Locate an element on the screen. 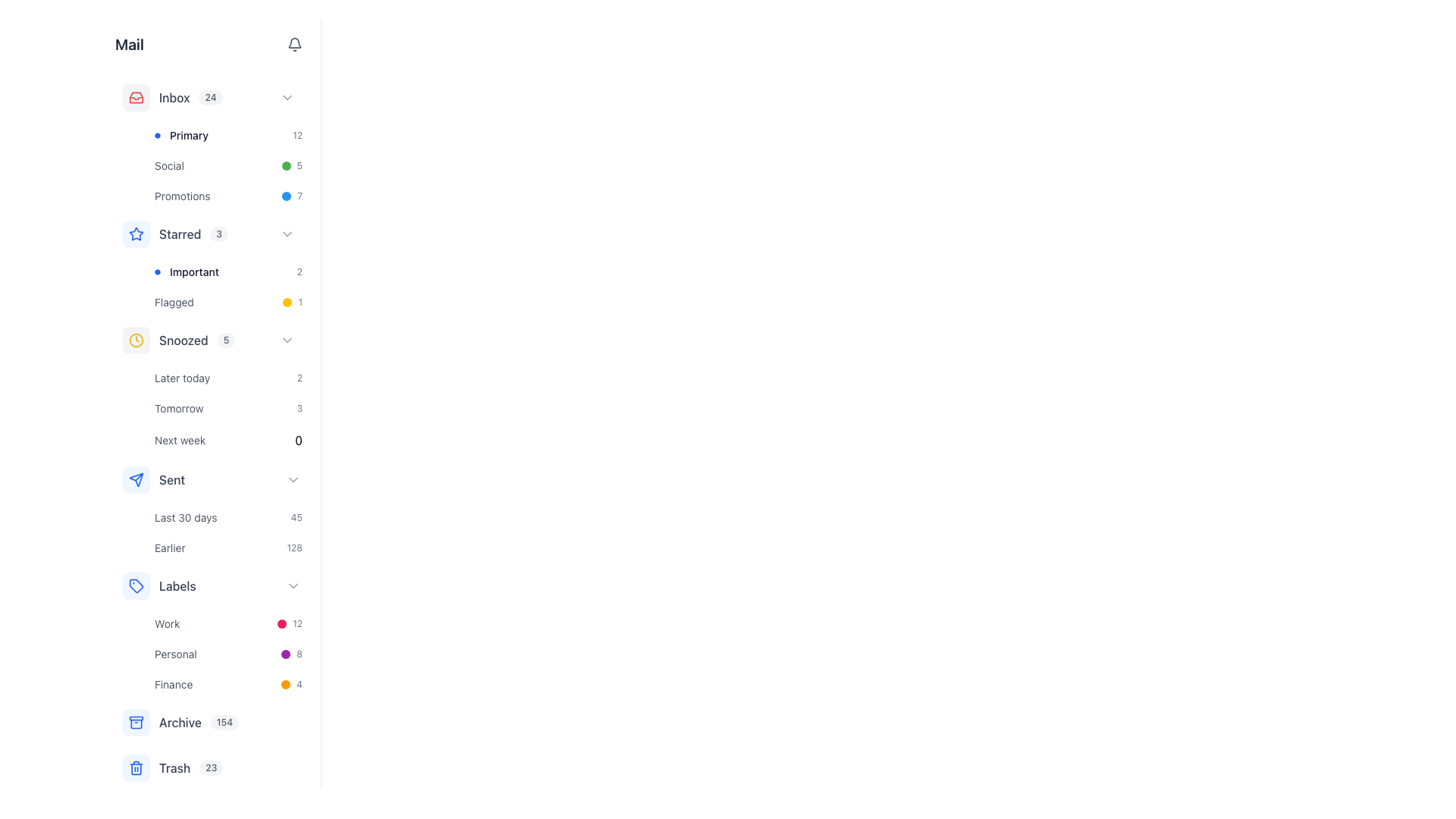 The height and width of the screenshot is (819, 1456). the category label within the 'Sent' section in the left sidebar, positioned between 'Last 30 days' and '128' is located at coordinates (170, 548).